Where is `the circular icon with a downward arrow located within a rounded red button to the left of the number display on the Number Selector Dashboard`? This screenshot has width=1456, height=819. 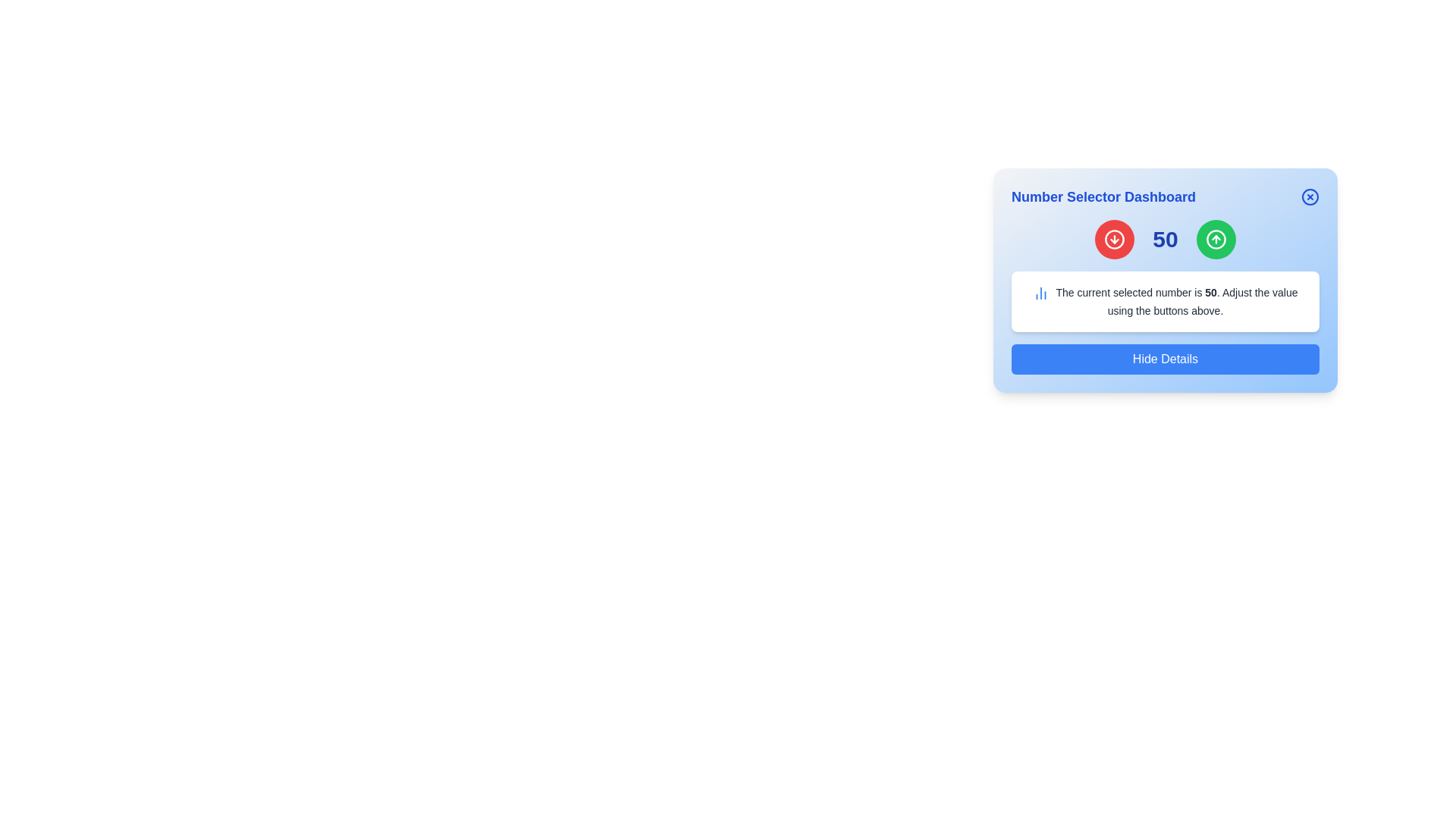 the circular icon with a downward arrow located within a rounded red button to the left of the number display on the Number Selector Dashboard is located at coordinates (1115, 239).